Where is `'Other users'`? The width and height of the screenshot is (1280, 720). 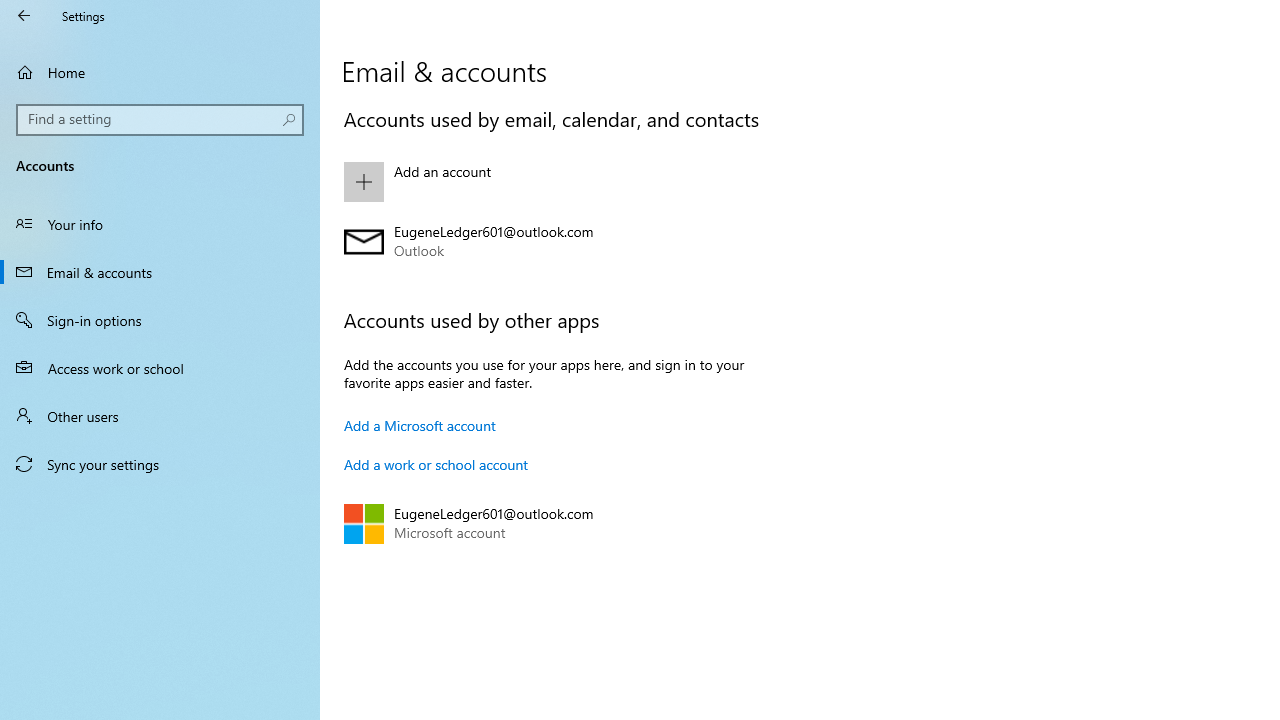 'Other users' is located at coordinates (160, 414).